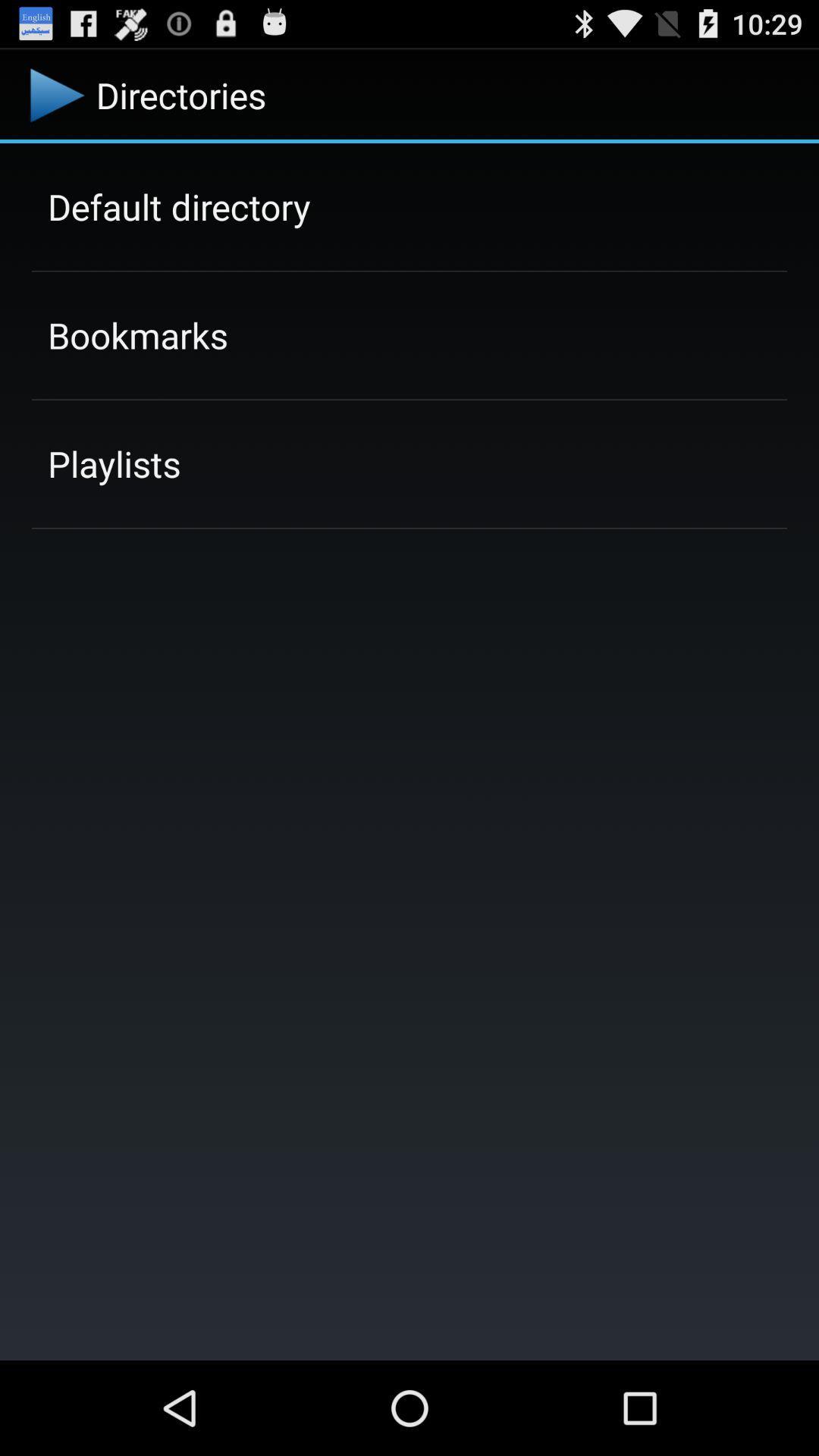  What do you see at coordinates (137, 334) in the screenshot?
I see `the item above the playlists icon` at bounding box center [137, 334].